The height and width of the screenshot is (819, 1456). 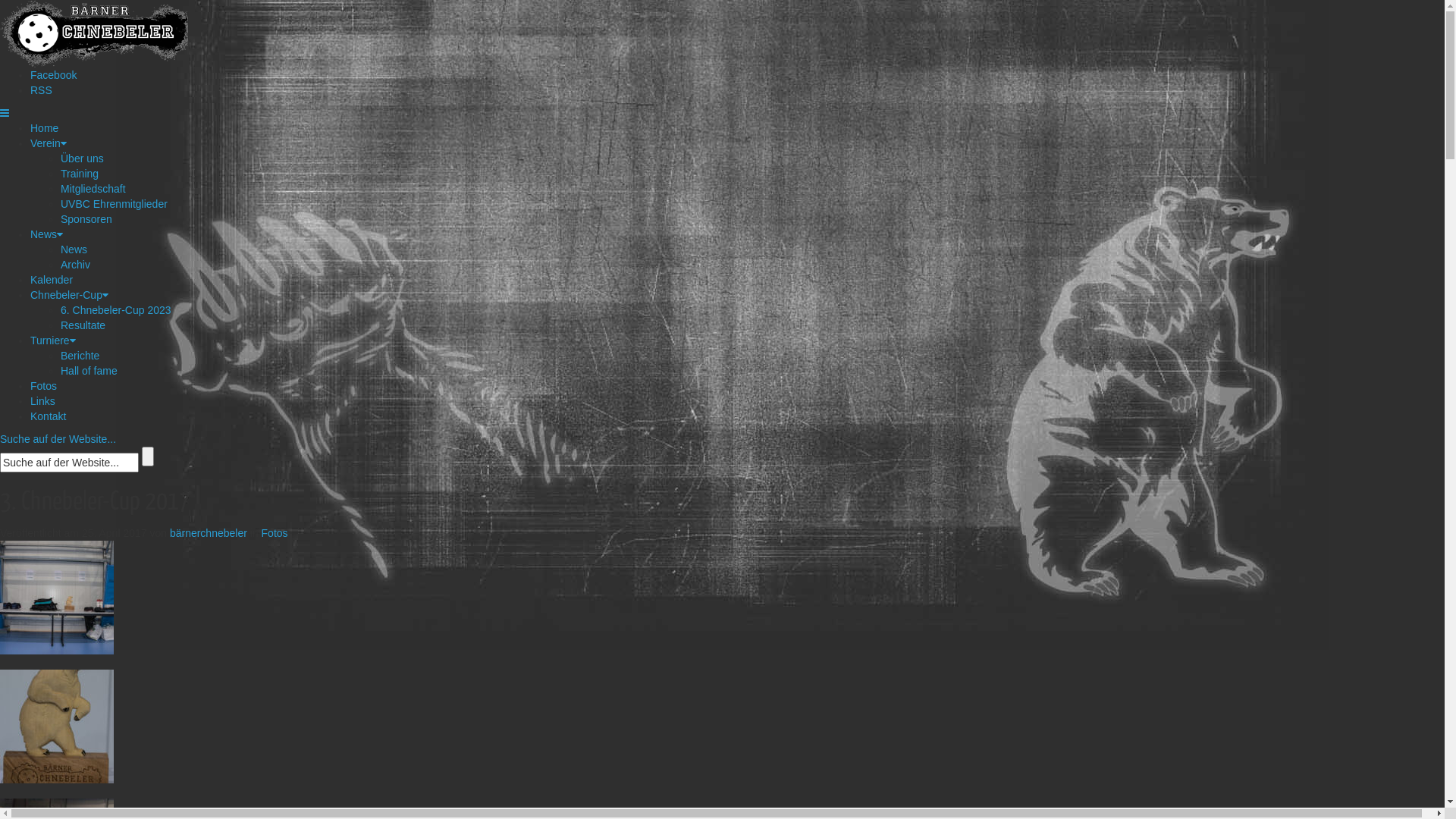 What do you see at coordinates (51, 280) in the screenshot?
I see `'Kalender'` at bounding box center [51, 280].